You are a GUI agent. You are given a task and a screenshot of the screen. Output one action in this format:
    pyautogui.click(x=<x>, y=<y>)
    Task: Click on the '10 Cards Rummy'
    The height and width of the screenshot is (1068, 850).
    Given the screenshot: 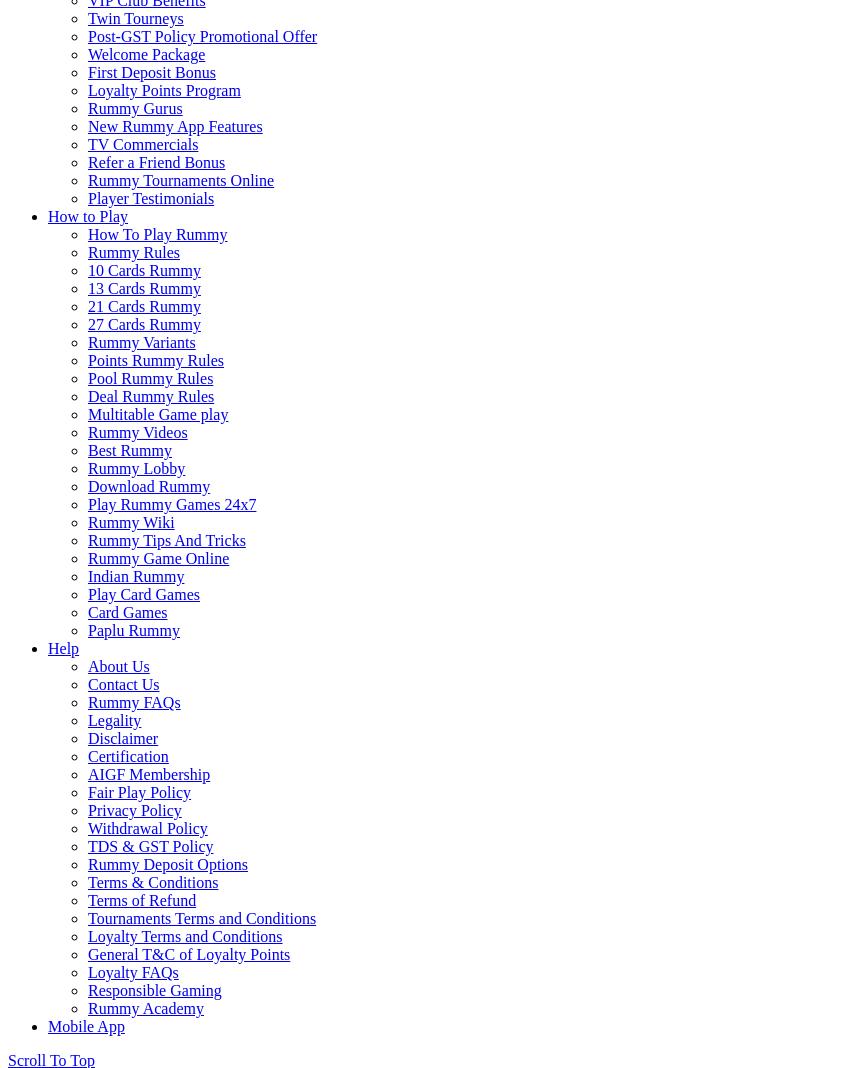 What is the action you would take?
    pyautogui.click(x=143, y=269)
    